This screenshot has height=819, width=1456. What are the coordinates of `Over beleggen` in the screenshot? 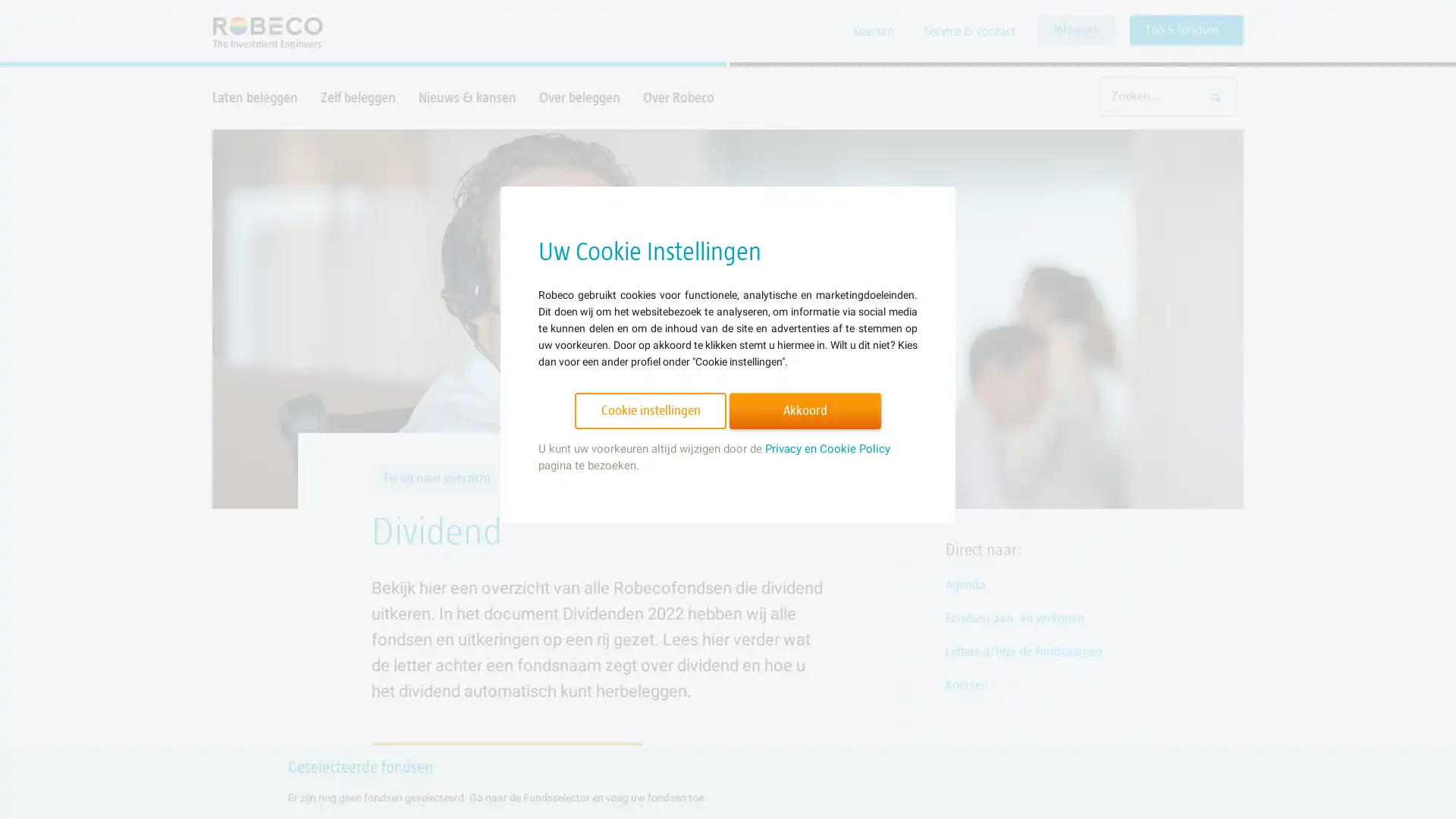 It's located at (579, 97).